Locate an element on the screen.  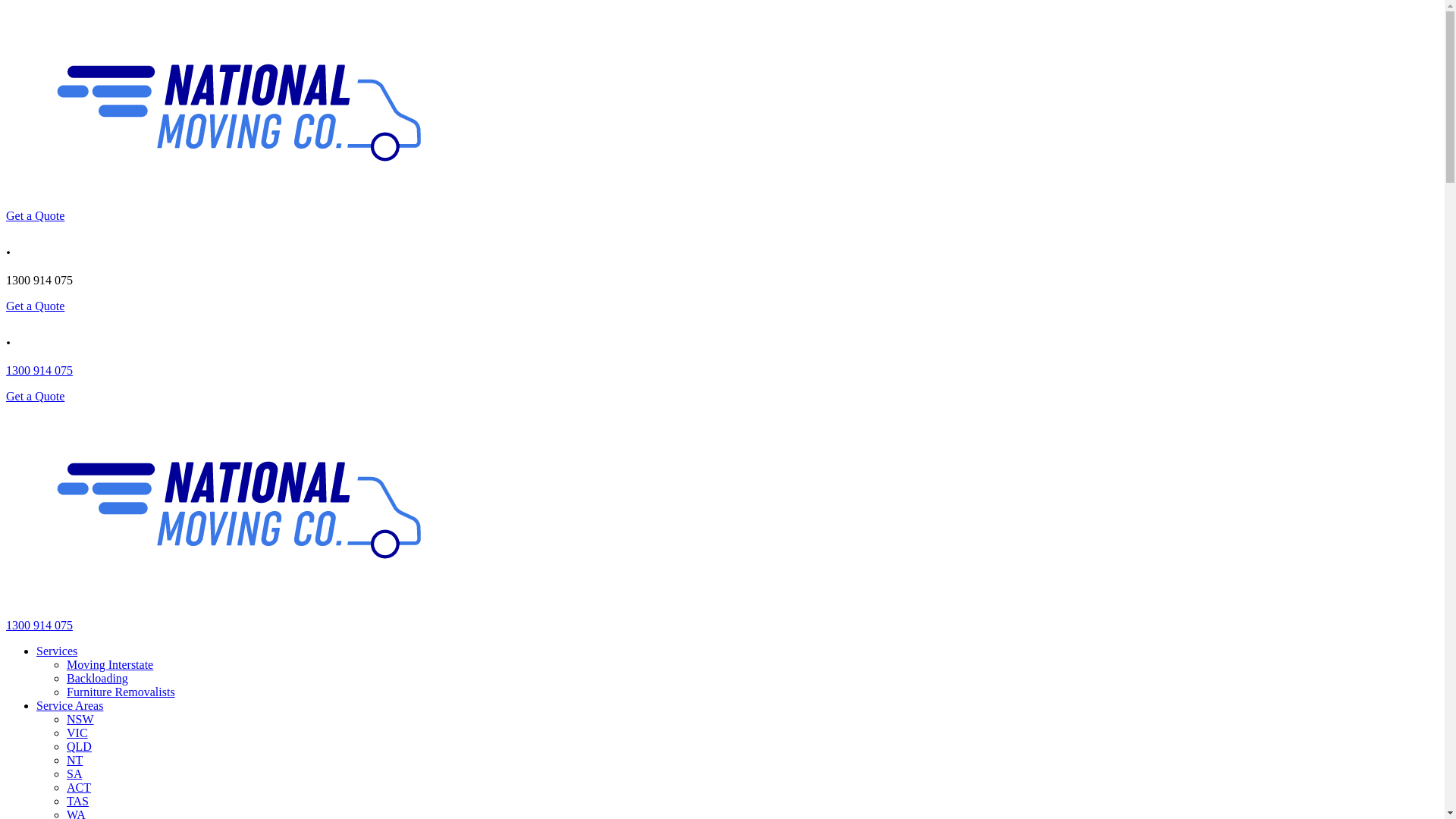
'VIC' is located at coordinates (65, 732).